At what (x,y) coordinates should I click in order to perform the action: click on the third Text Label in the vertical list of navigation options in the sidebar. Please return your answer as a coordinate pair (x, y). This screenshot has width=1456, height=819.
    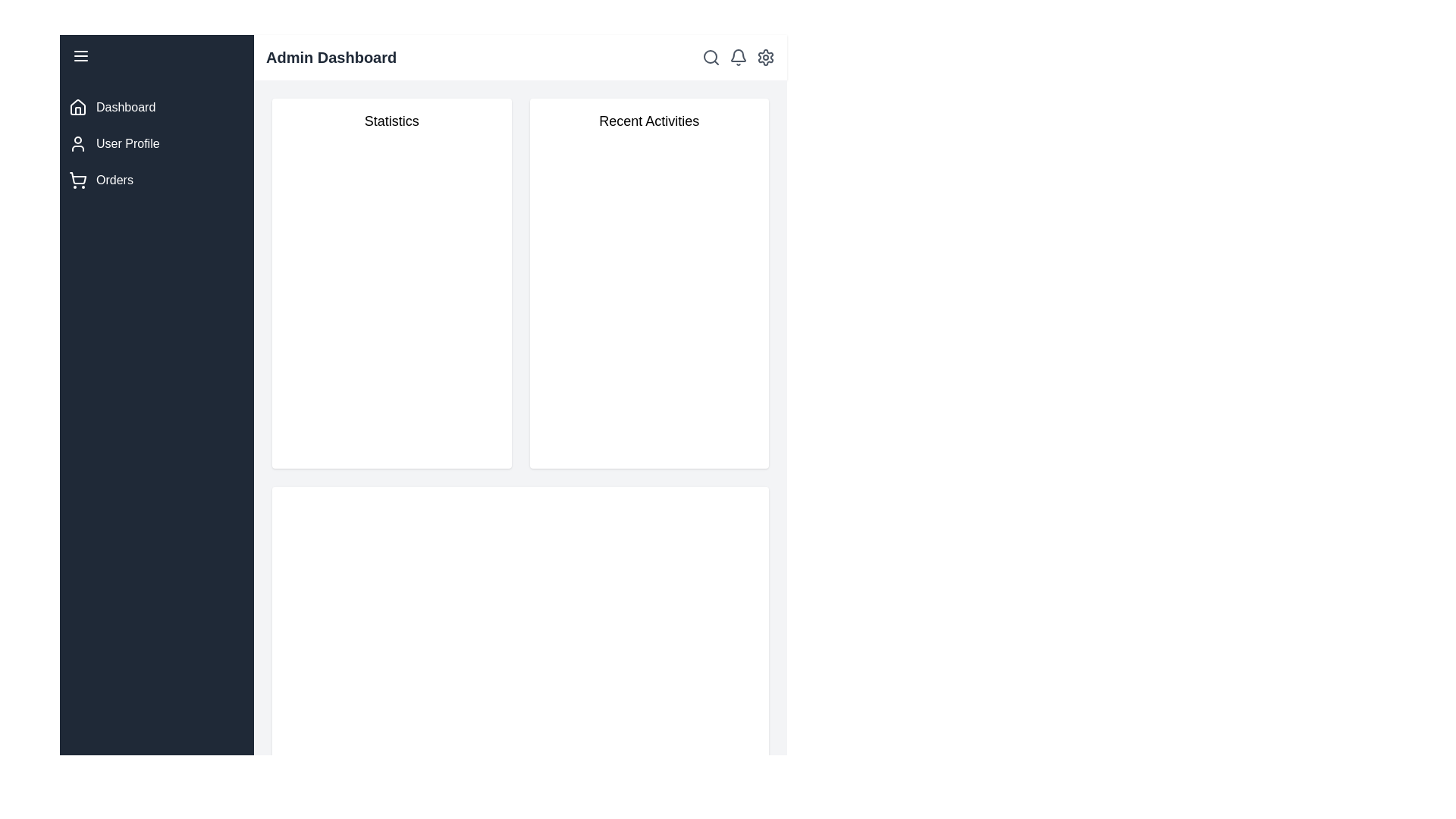
    Looking at the image, I should click on (114, 180).